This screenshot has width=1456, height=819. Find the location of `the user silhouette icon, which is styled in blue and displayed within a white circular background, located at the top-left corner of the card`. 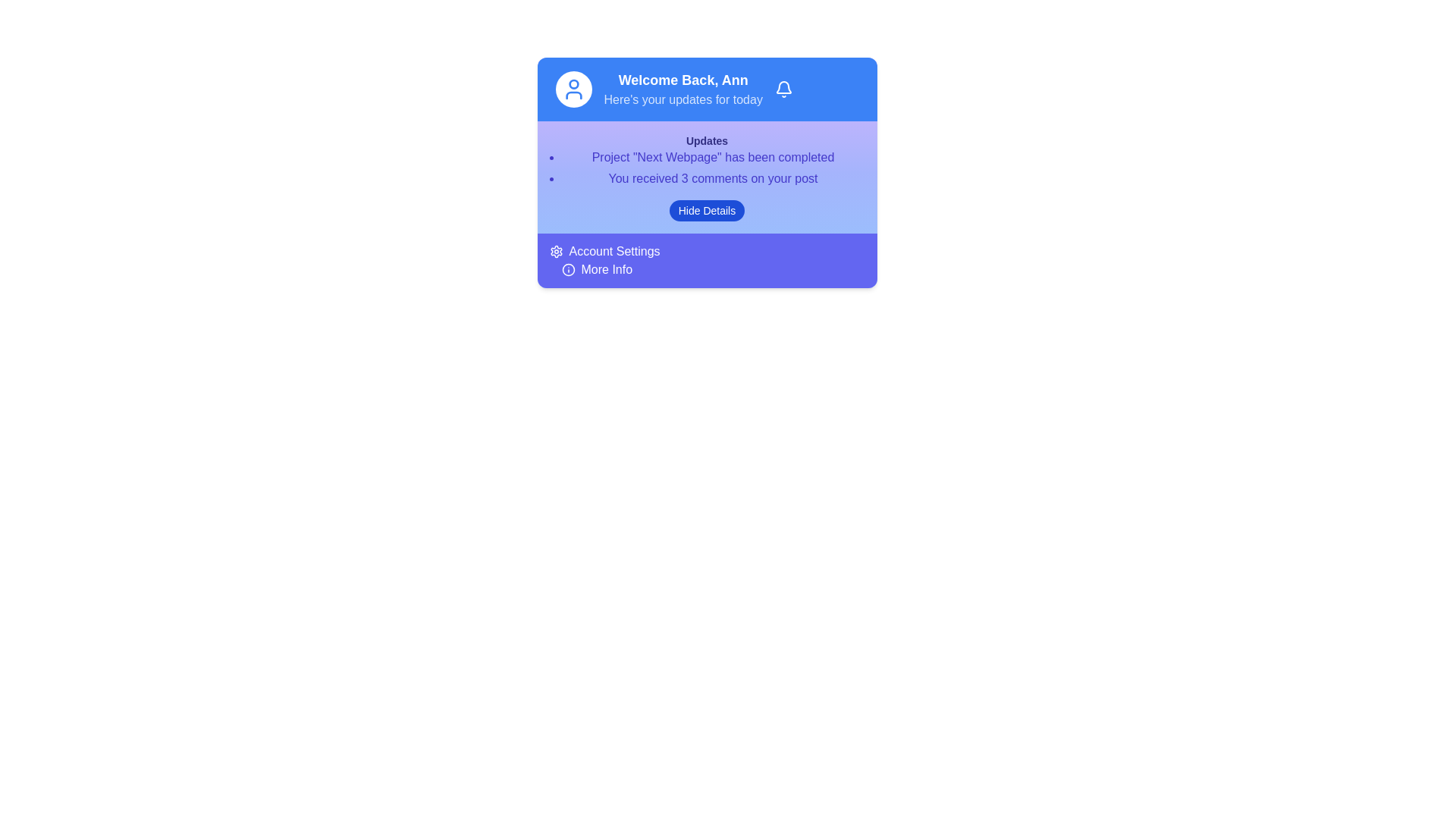

the user silhouette icon, which is styled in blue and displayed within a white circular background, located at the top-left corner of the card is located at coordinates (573, 89).